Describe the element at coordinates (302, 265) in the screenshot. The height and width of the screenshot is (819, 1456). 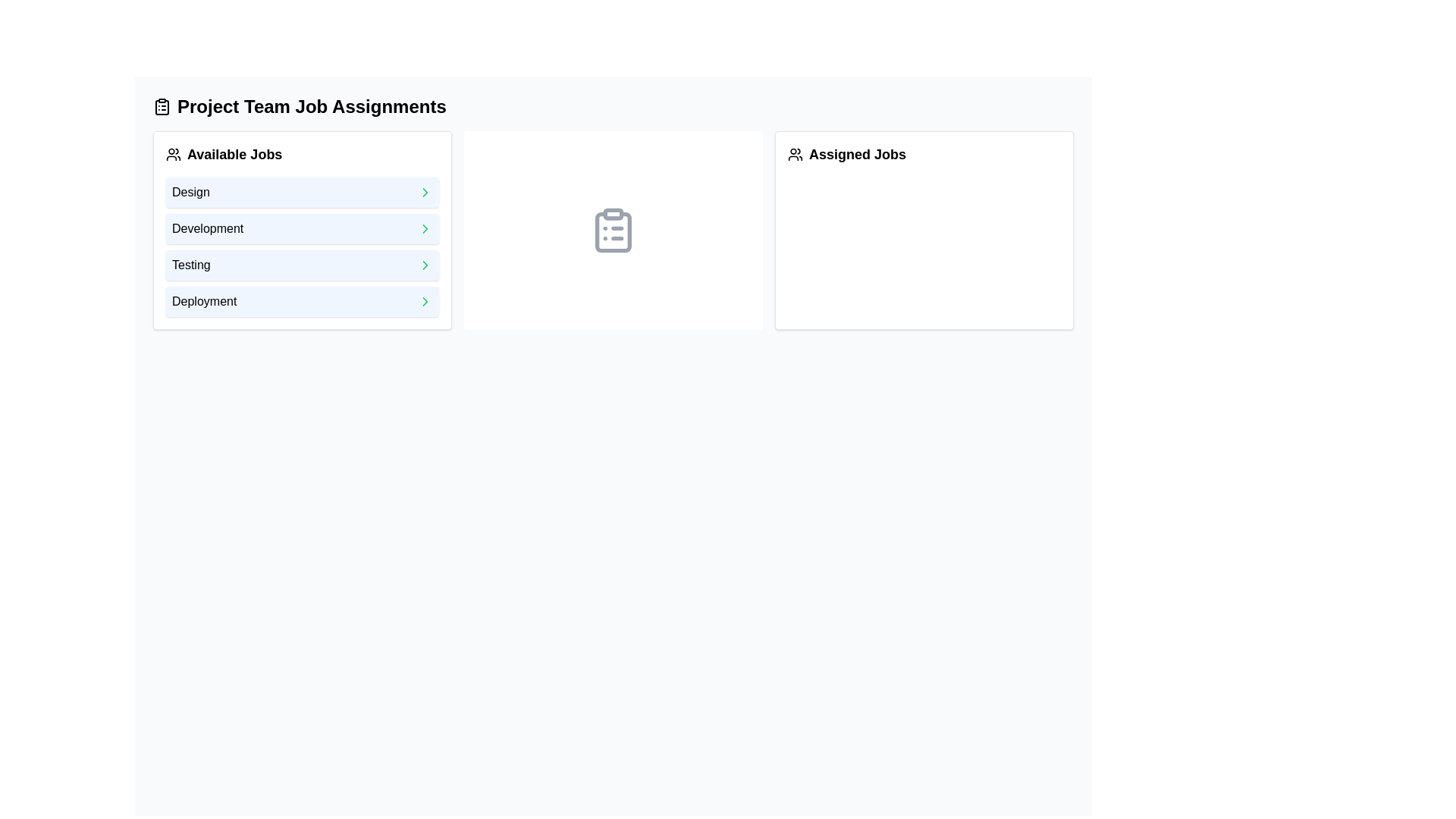
I see `the 'Testing' job card` at that location.